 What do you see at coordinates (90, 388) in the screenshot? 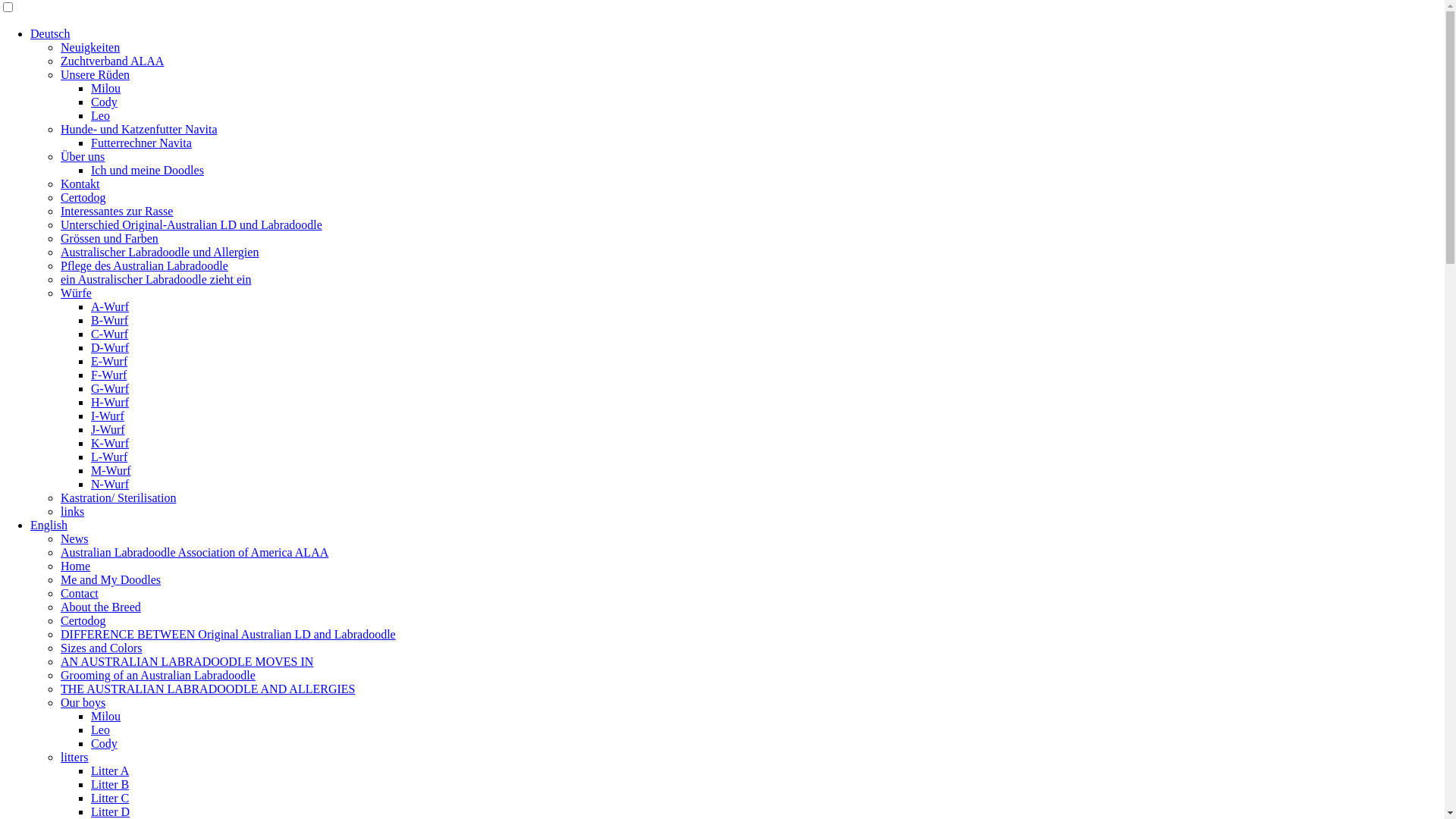
I see `'G-Wurf'` at bounding box center [90, 388].